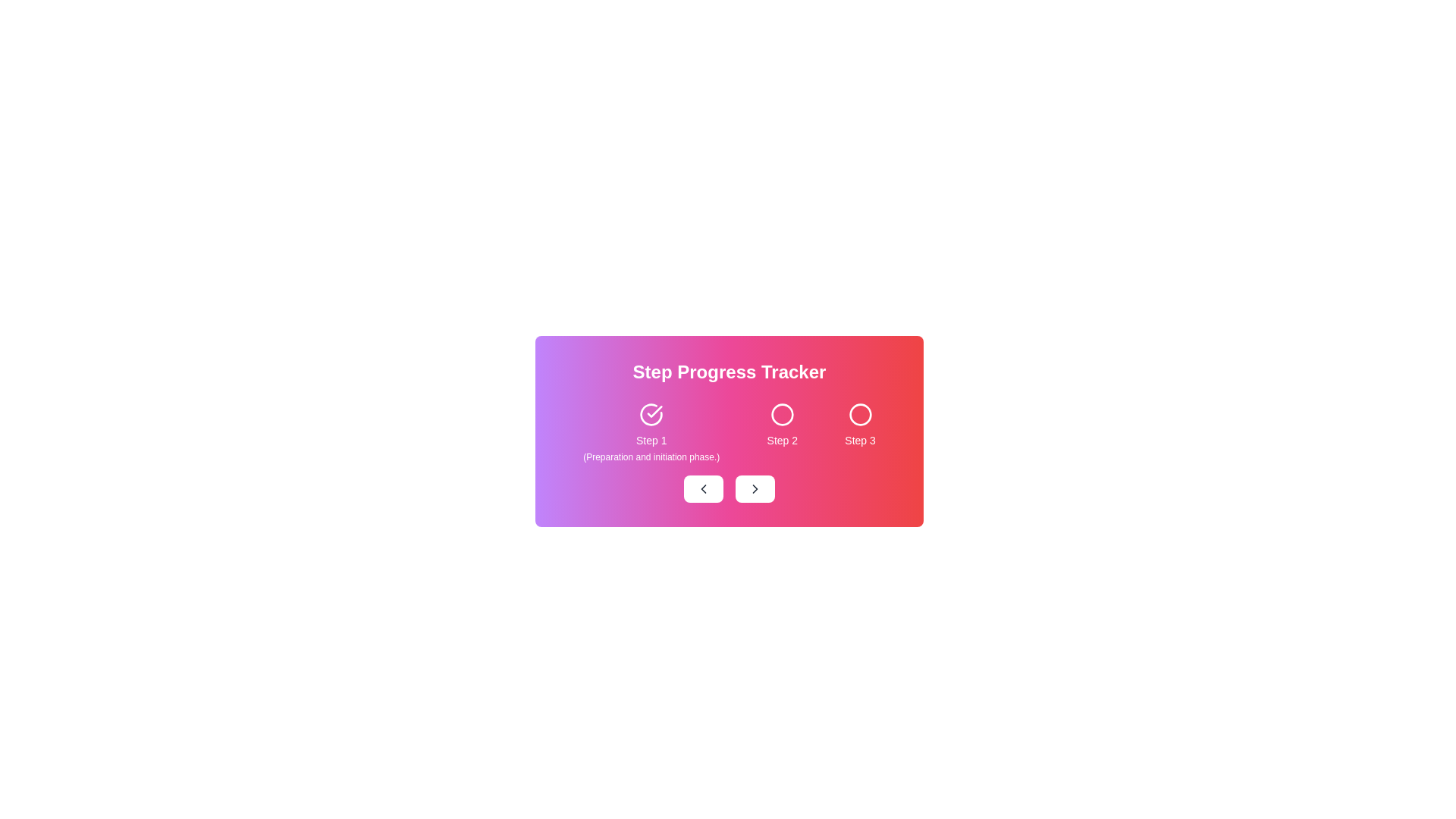 This screenshot has height=819, width=1456. I want to click on the navigation button located at the bottom center of the interface, positioned to the right of a similar button with a left-facing chevron icon, to observe its hover effects, so click(755, 488).